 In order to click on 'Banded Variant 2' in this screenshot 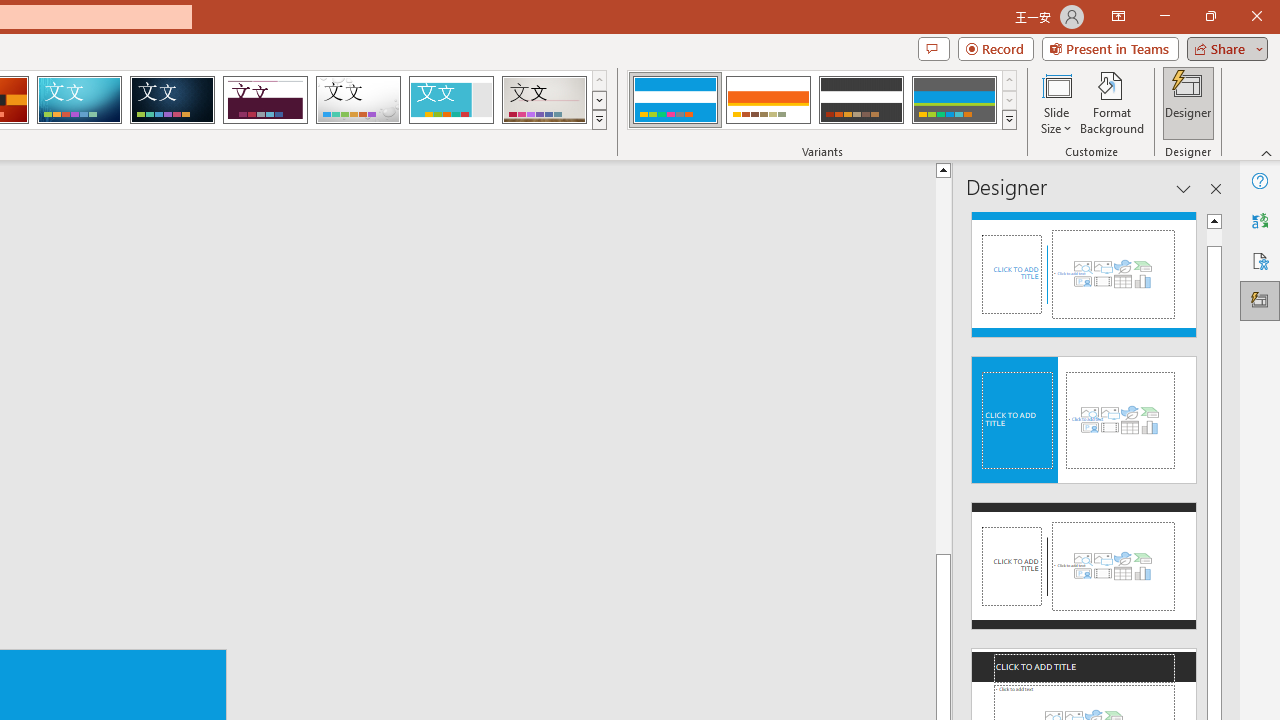, I will do `click(767, 100)`.